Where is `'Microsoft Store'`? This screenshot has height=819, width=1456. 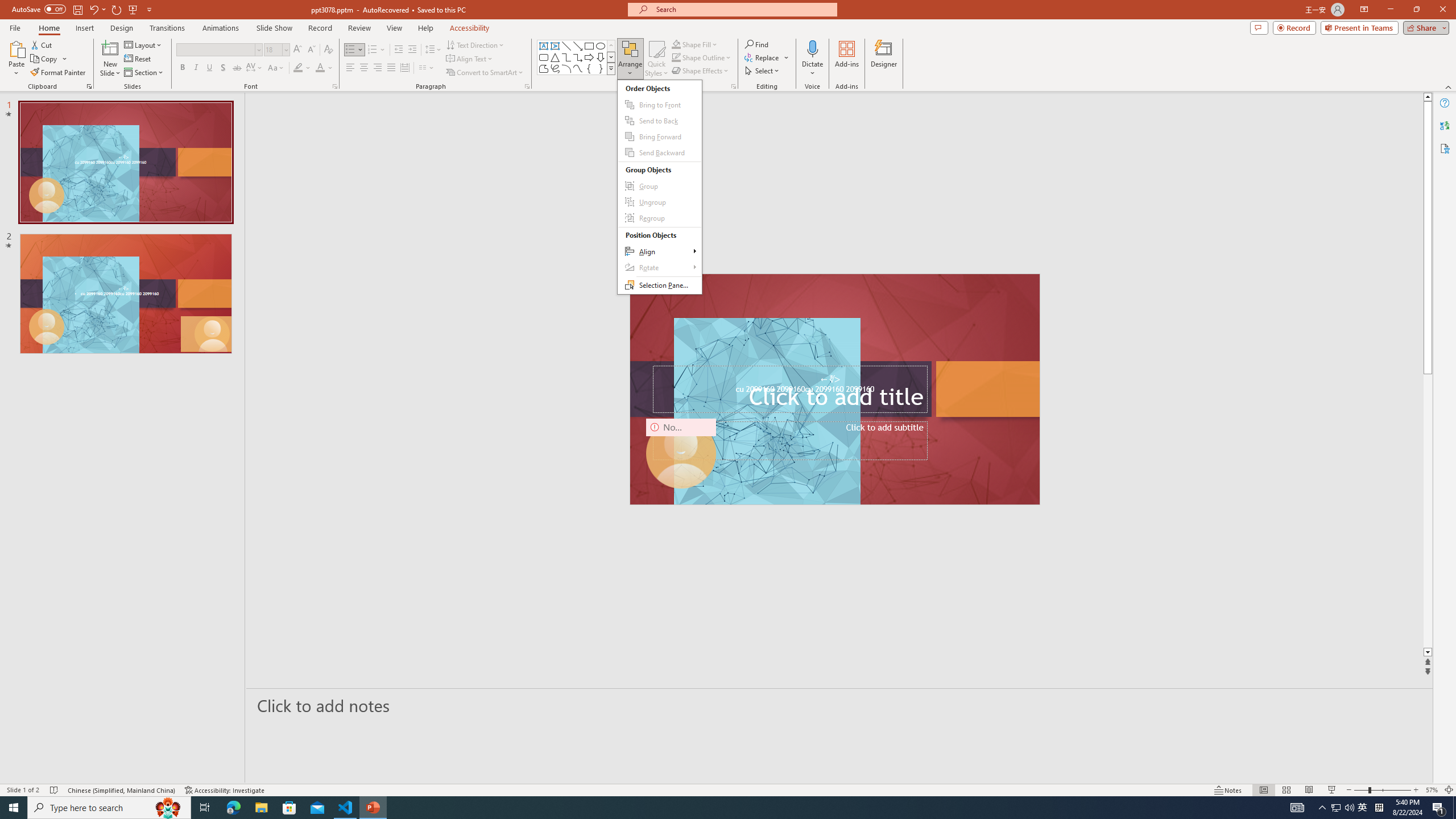
'Microsoft Store' is located at coordinates (289, 806).